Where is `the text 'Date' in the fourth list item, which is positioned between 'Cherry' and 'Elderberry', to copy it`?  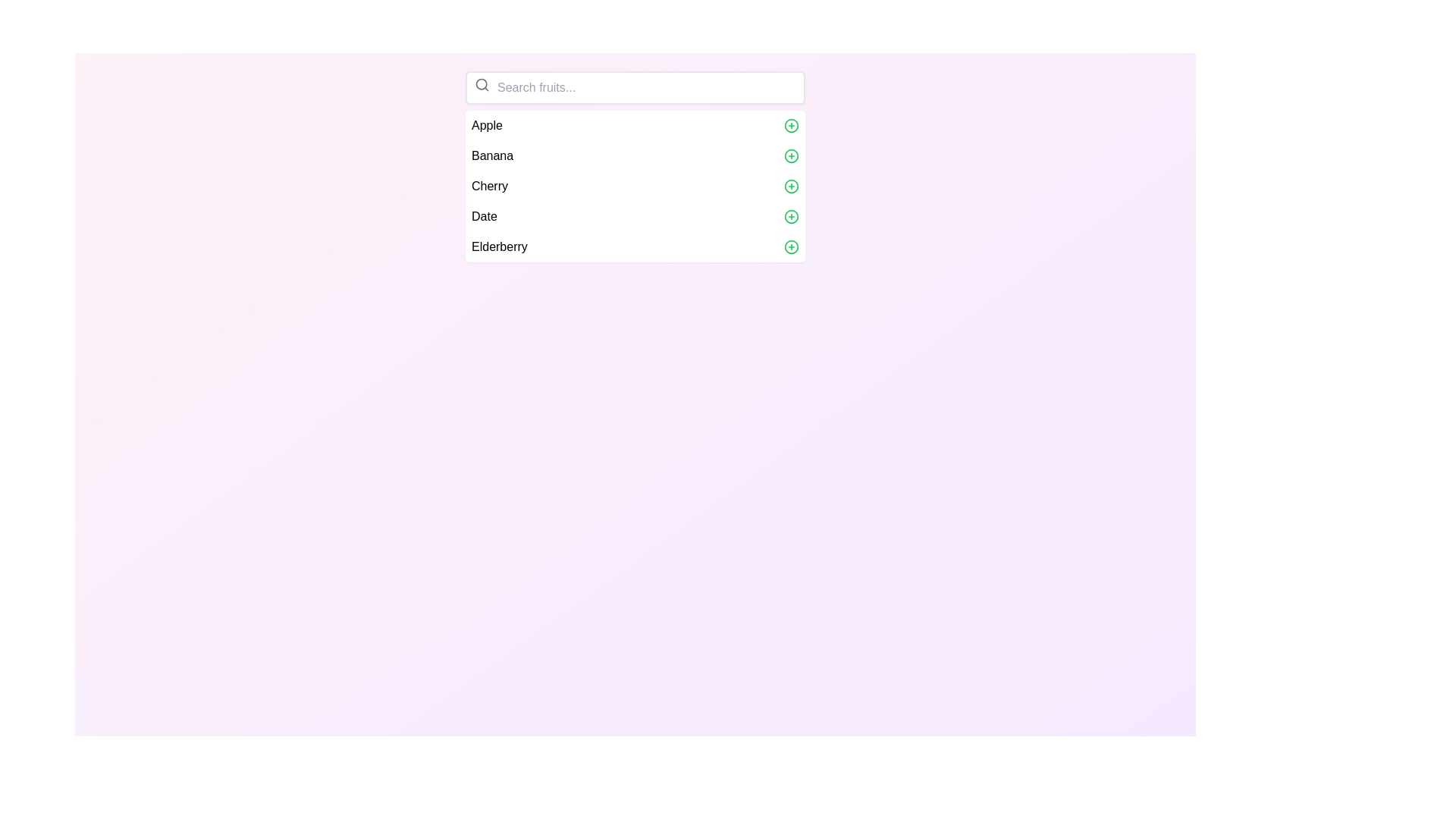 the text 'Date' in the fourth list item, which is positioned between 'Cherry' and 'Elderberry', to copy it is located at coordinates (635, 216).